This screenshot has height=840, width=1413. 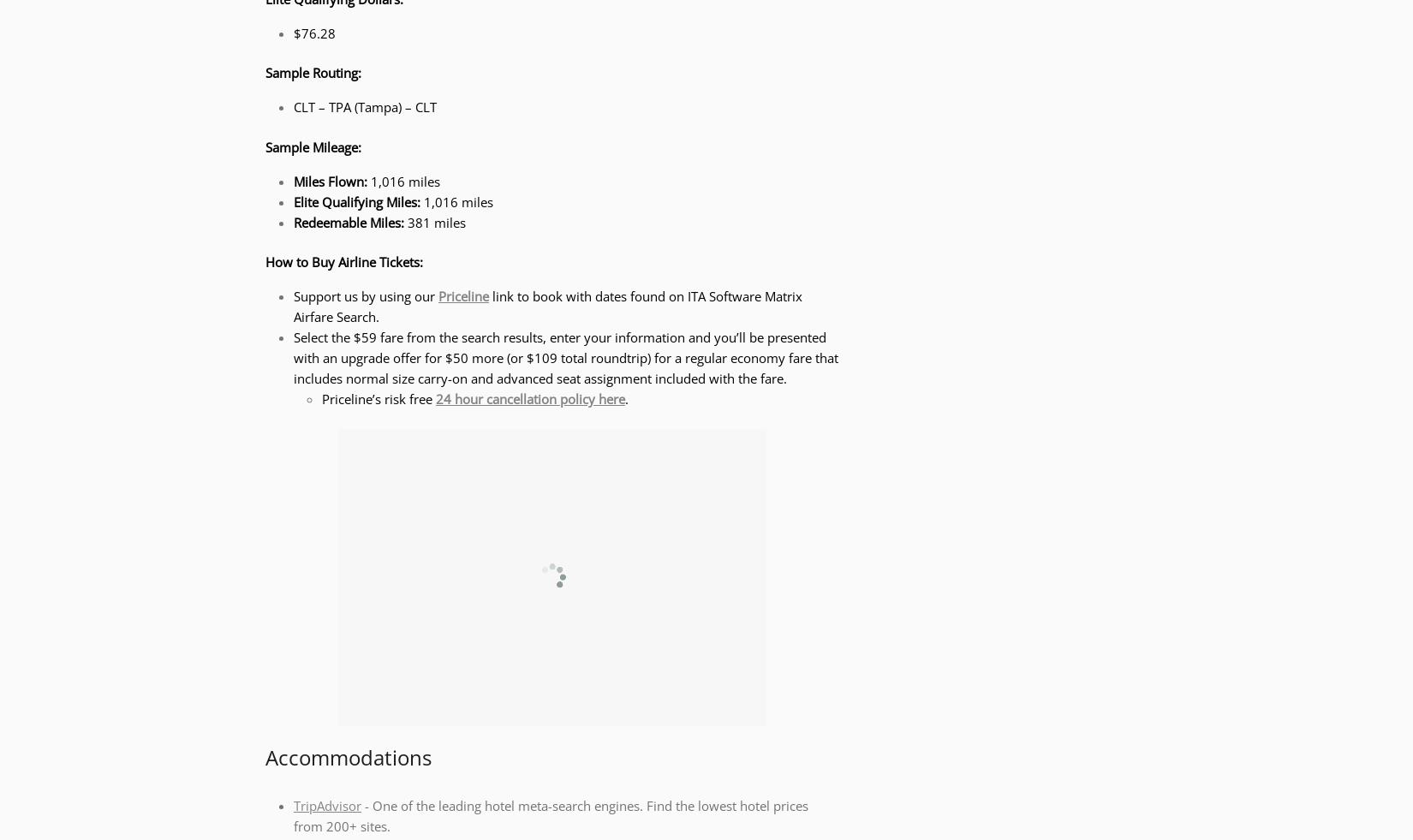 I want to click on 'Sample Routing:', so click(x=313, y=71).